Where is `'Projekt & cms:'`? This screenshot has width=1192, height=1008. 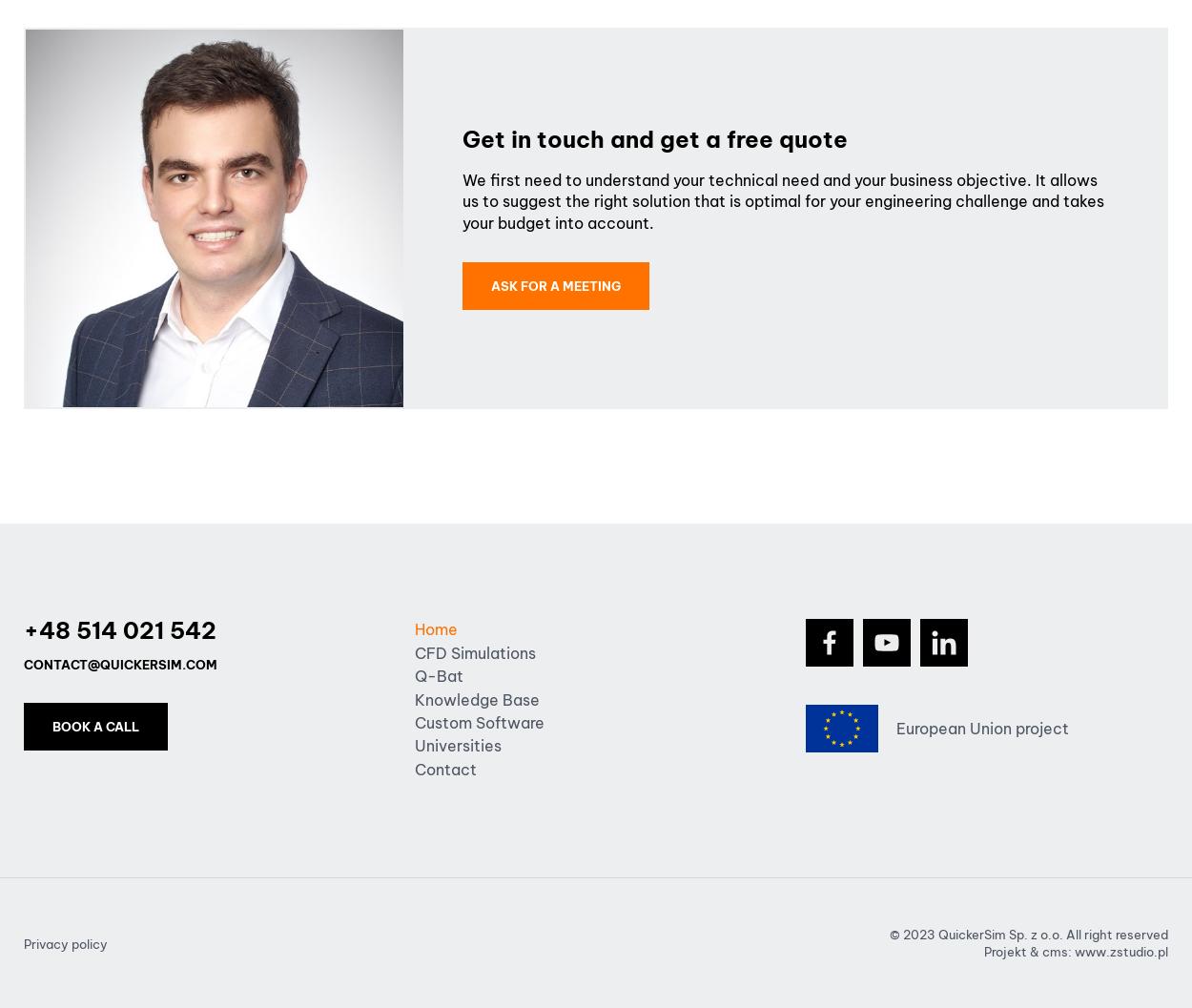 'Projekt & cms:' is located at coordinates (1028, 951).